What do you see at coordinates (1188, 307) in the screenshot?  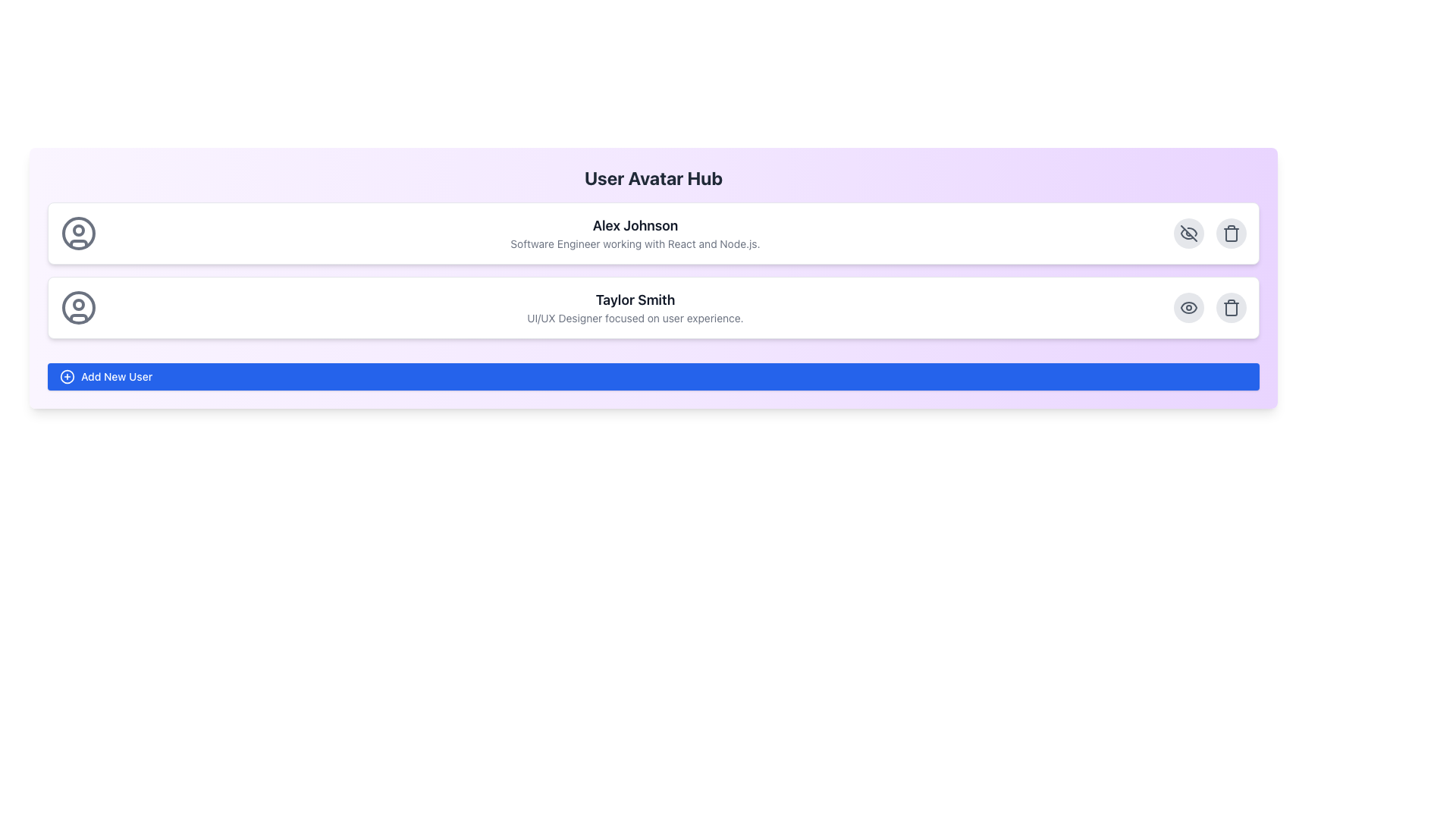 I see `the circular button with a light gray background and an eye icon at the center, located in the top-right corner of the card for 'Taylor Smith'` at bounding box center [1188, 307].